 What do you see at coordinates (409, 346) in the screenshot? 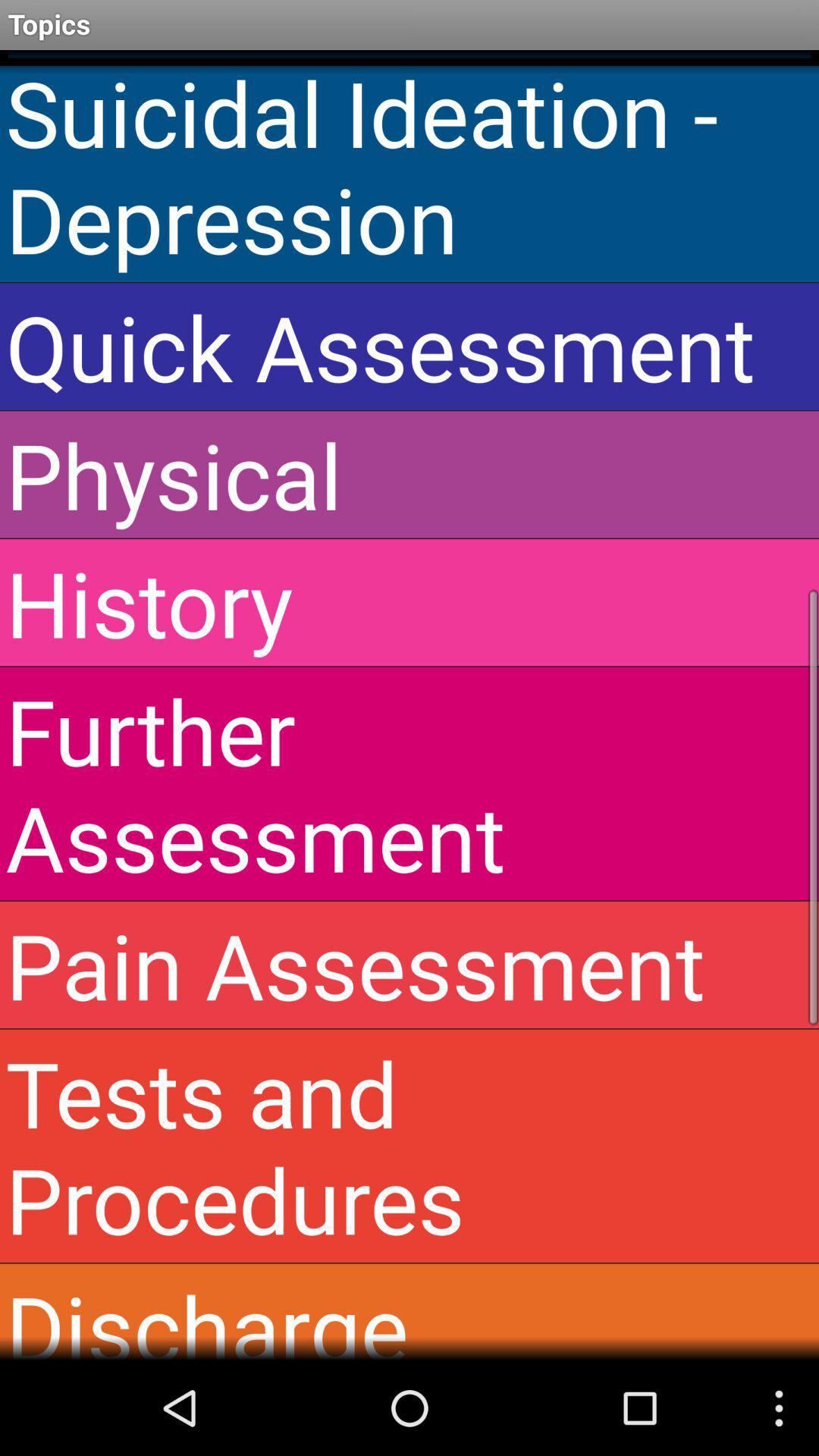
I see `quick assessment icon` at bounding box center [409, 346].